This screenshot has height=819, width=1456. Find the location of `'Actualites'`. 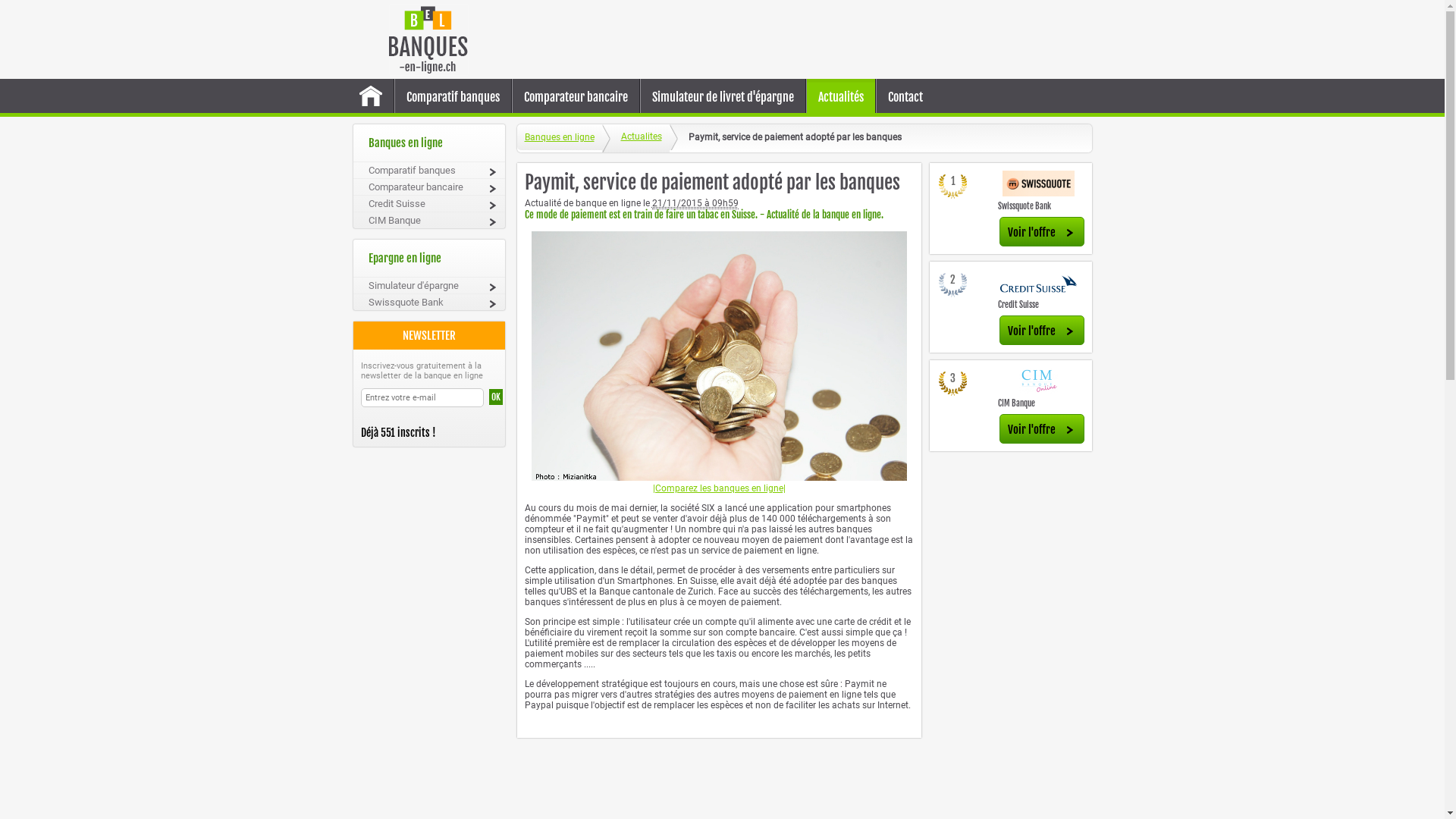

'Actualites' is located at coordinates (635, 138).